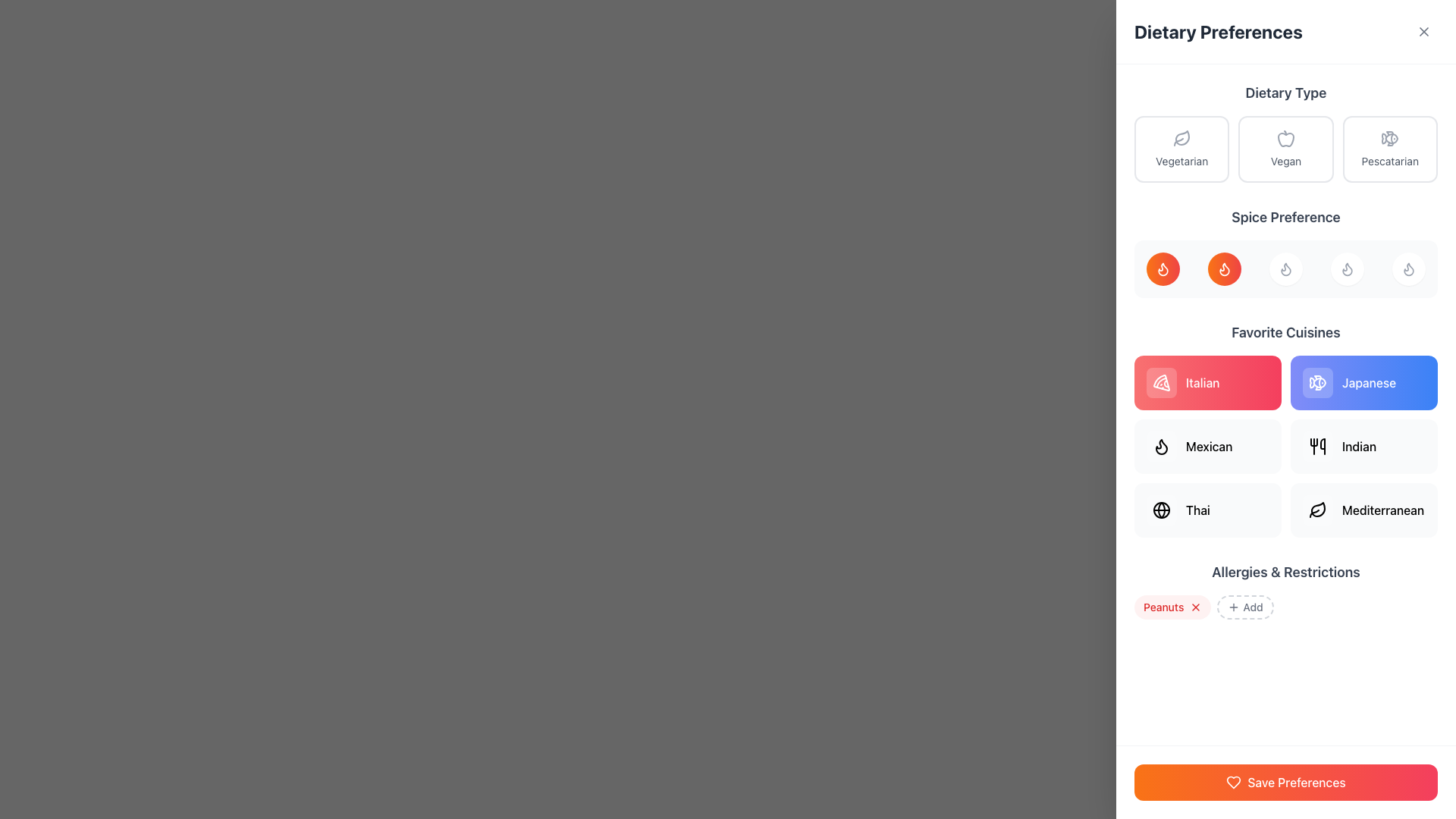 The width and height of the screenshot is (1456, 819). I want to click on the 'Japanese' text label, which is part of the 'Favorite Cuisines' section and has a blue background, so click(1369, 382).